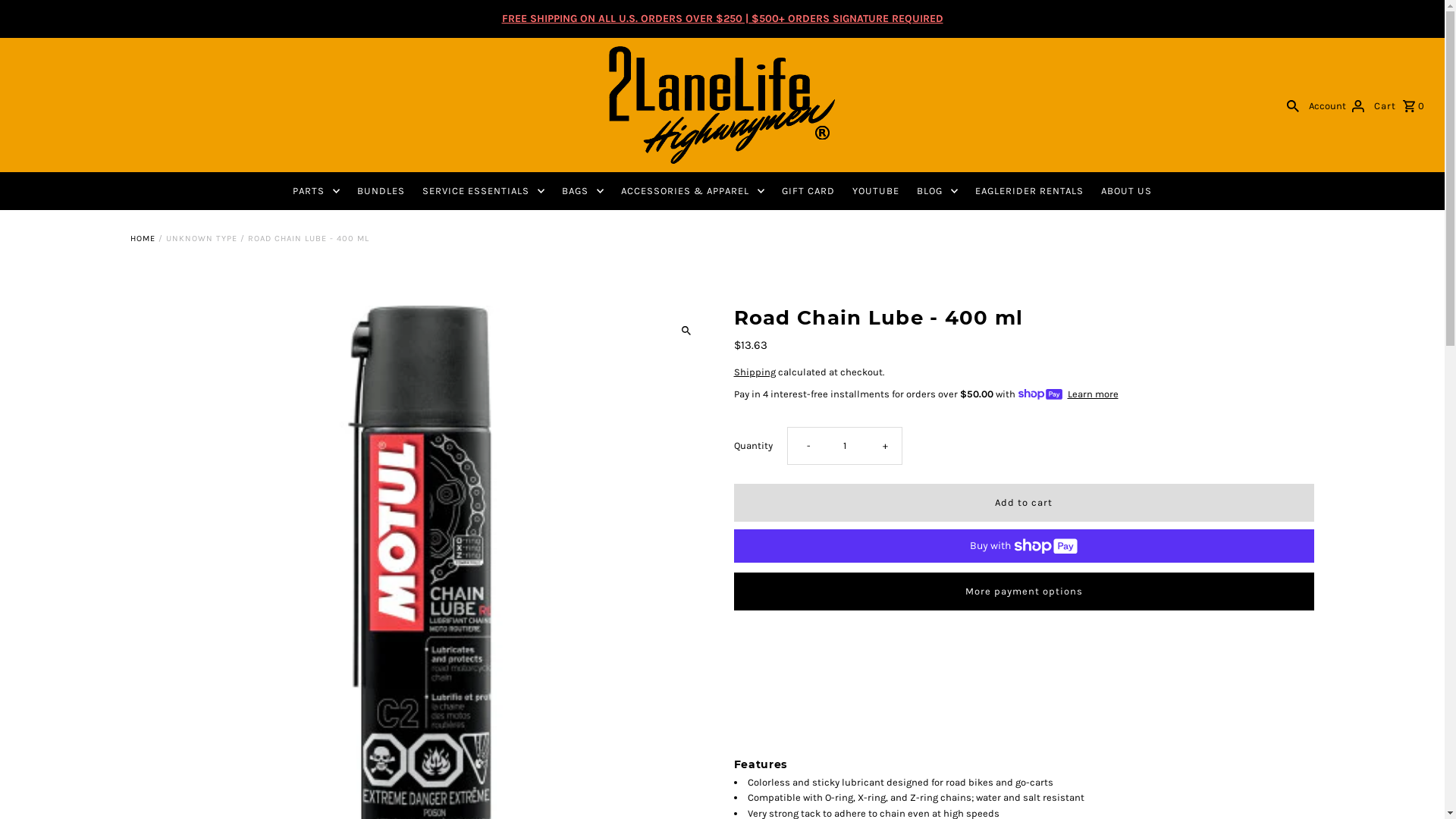 This screenshot has height=819, width=1456. I want to click on 'HOME', so click(143, 238).